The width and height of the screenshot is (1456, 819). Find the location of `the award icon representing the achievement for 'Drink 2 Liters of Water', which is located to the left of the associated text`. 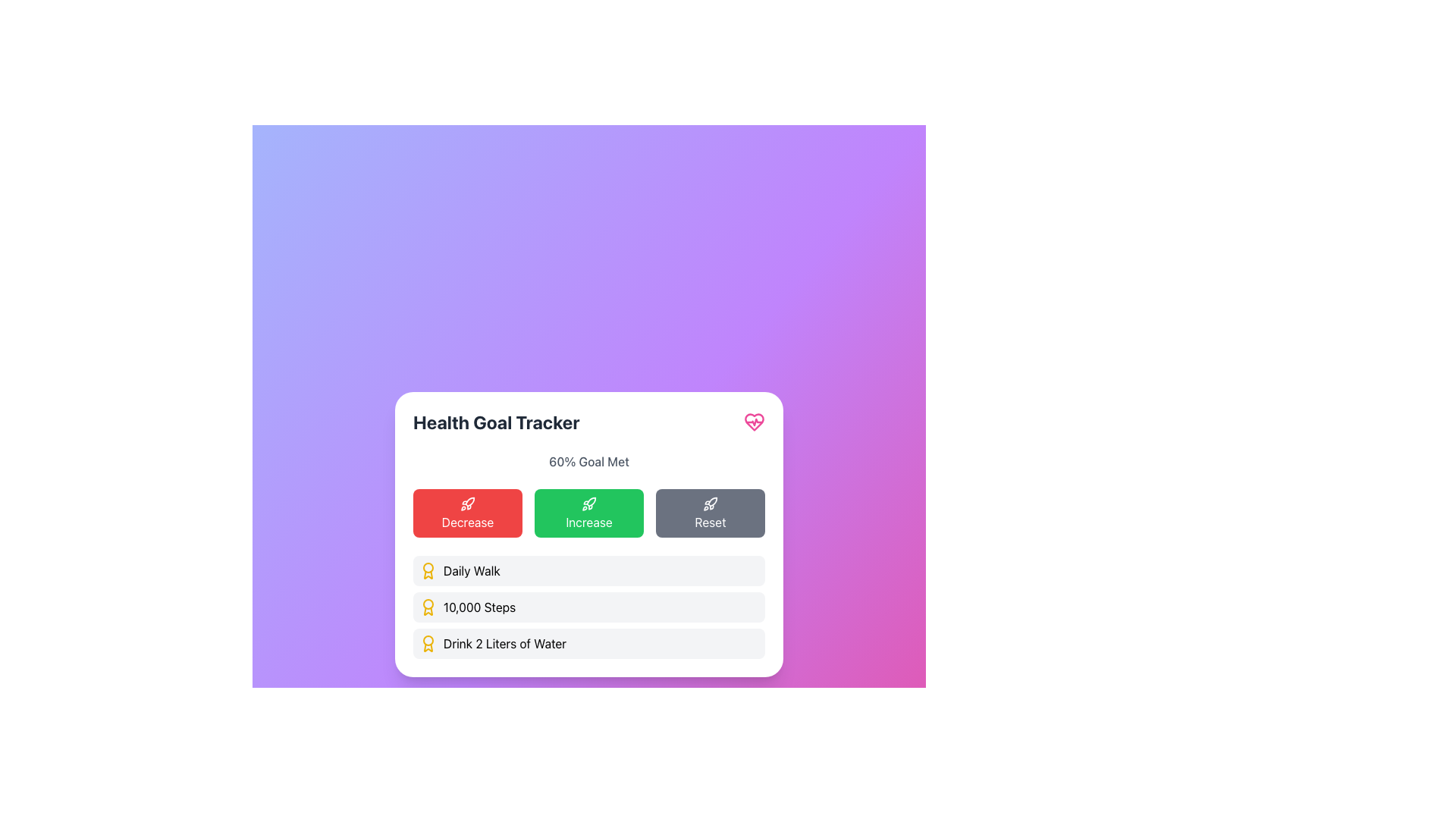

the award icon representing the achievement for 'Drink 2 Liters of Water', which is located to the left of the associated text is located at coordinates (428, 643).